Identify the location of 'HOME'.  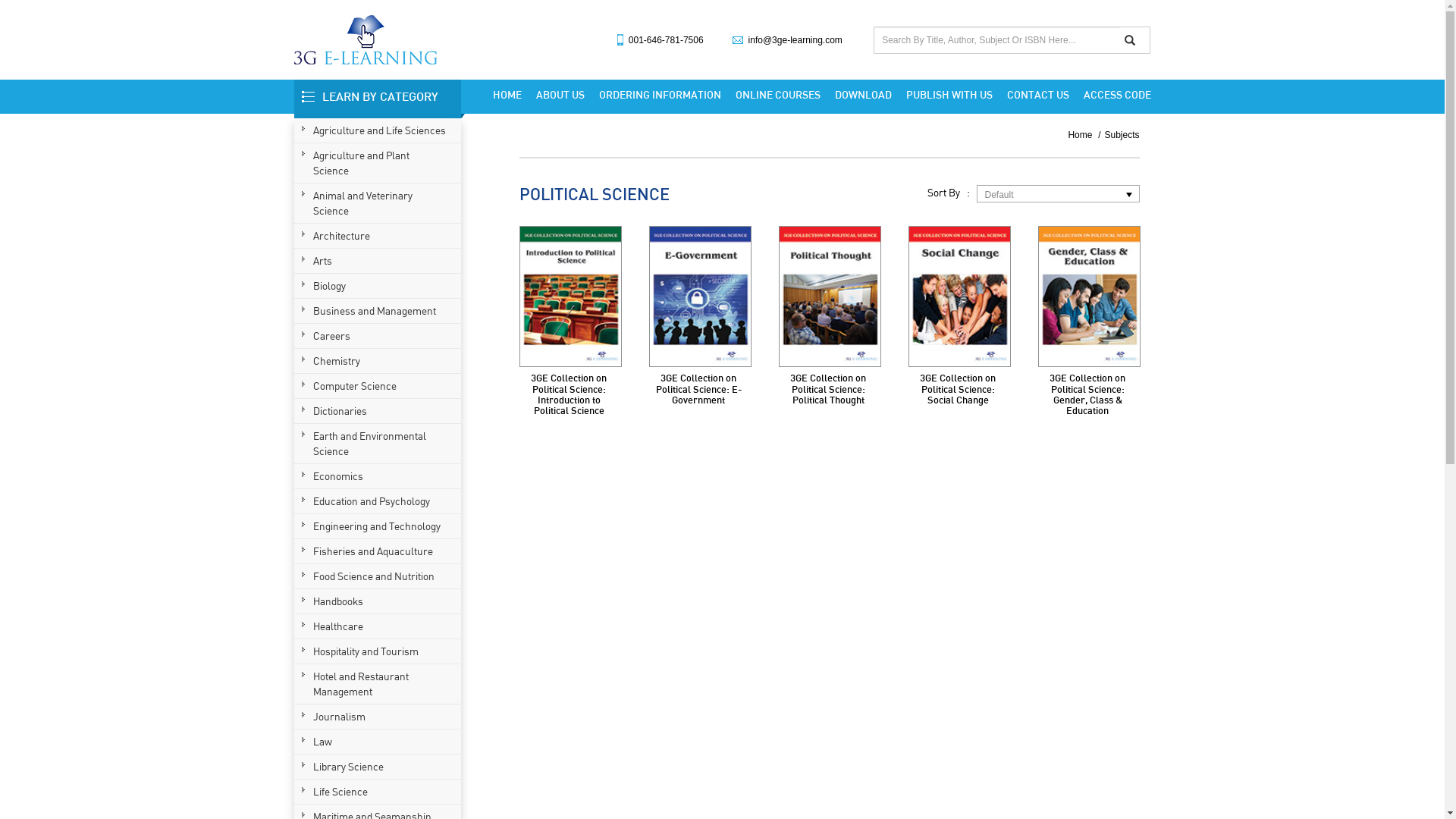
(507, 94).